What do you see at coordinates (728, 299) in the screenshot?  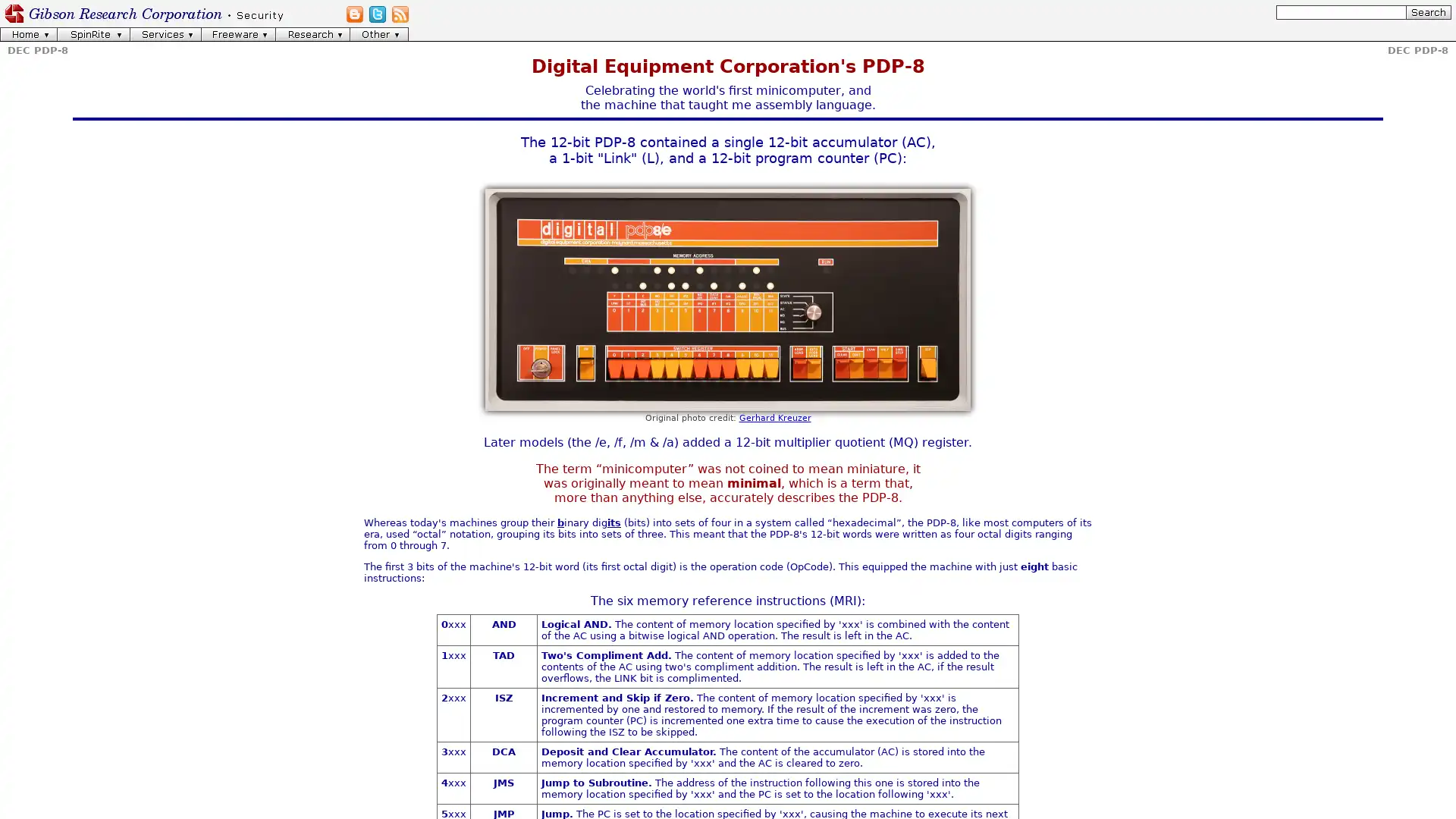 I see `PDP-8 Front Panel` at bounding box center [728, 299].